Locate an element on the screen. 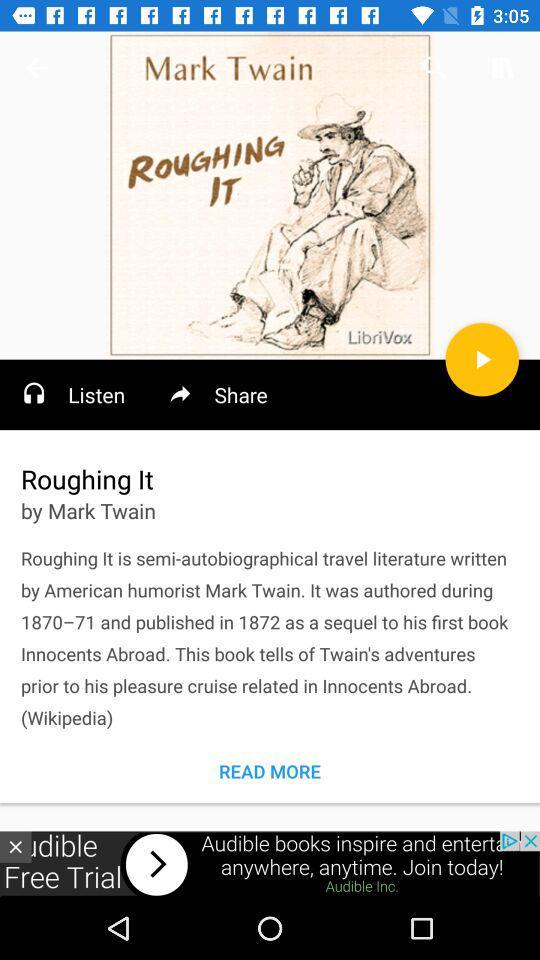 This screenshot has width=540, height=960. the close icon is located at coordinates (14, 846).